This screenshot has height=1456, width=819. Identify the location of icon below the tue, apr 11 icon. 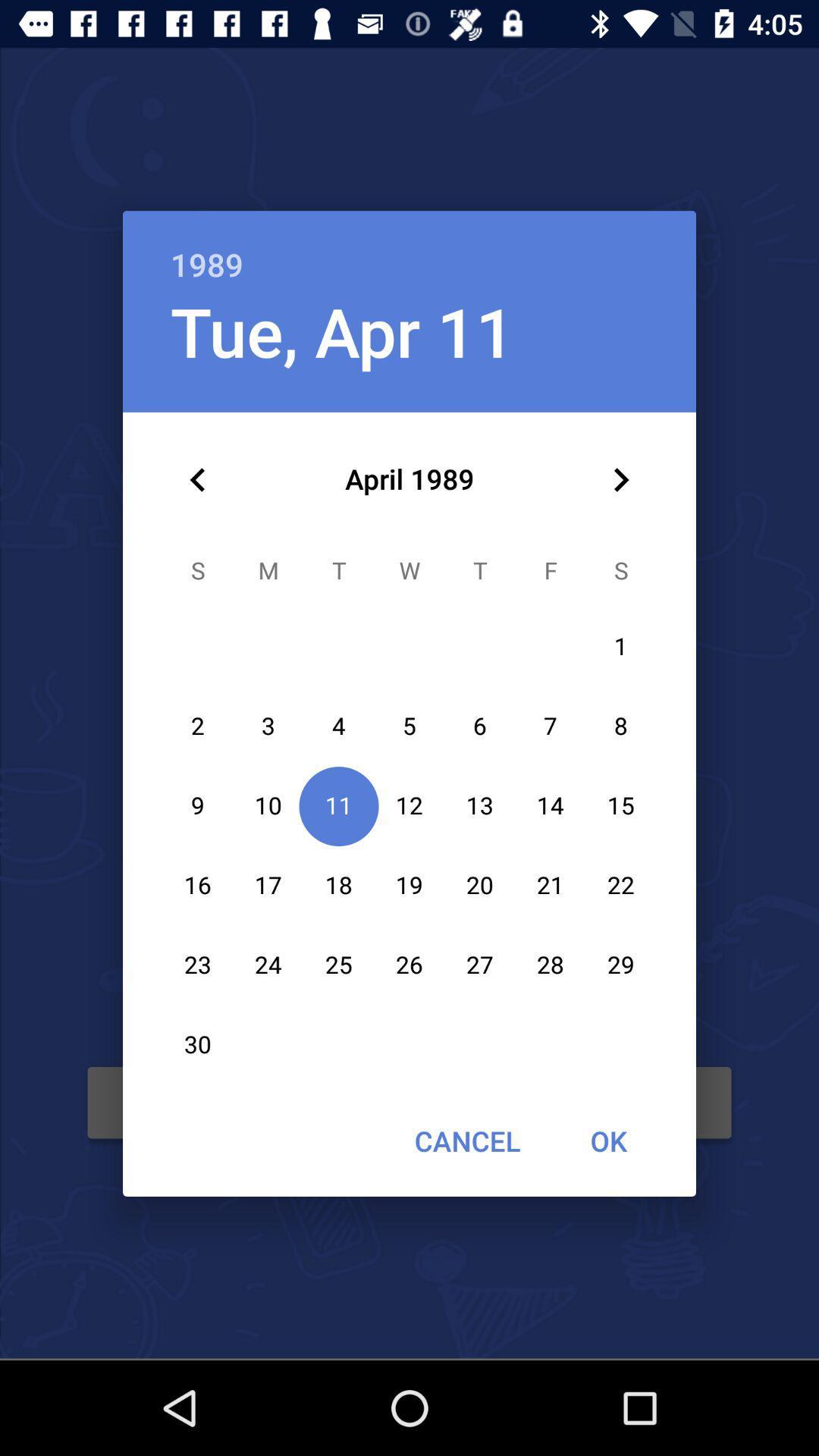
(197, 479).